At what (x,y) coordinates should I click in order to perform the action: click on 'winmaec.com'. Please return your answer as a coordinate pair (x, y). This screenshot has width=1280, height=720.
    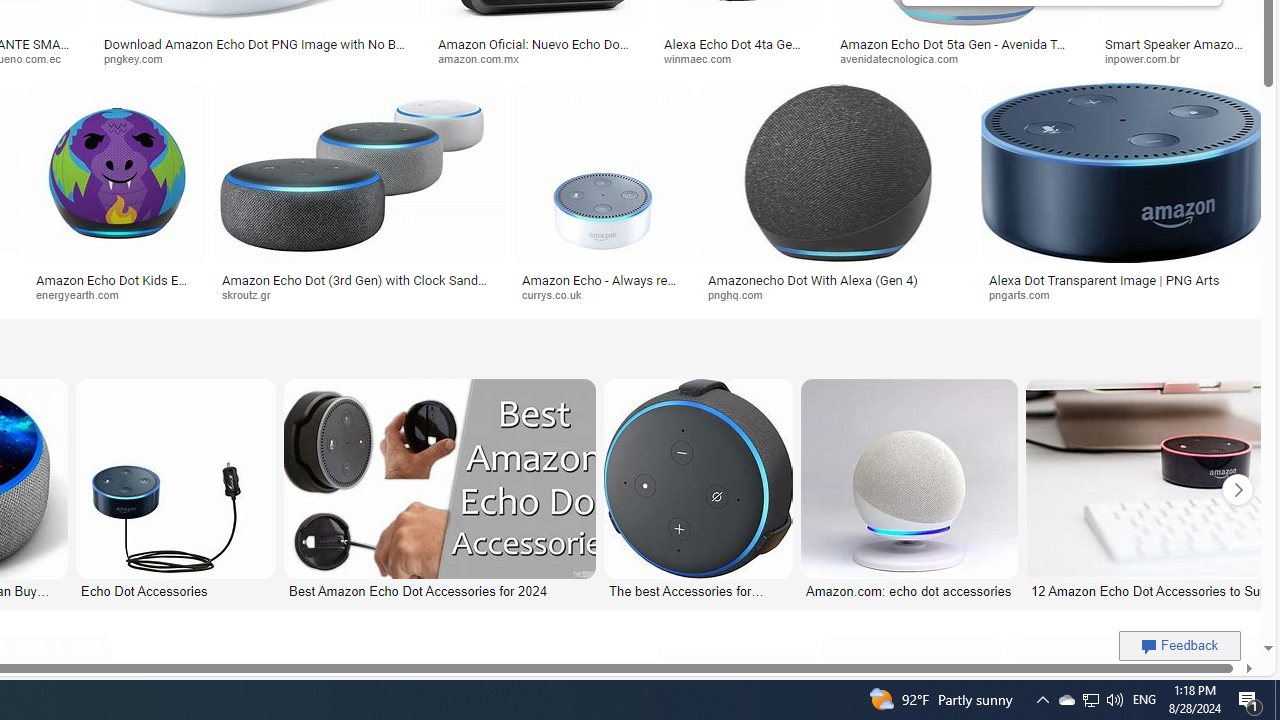
    Looking at the image, I should click on (739, 58).